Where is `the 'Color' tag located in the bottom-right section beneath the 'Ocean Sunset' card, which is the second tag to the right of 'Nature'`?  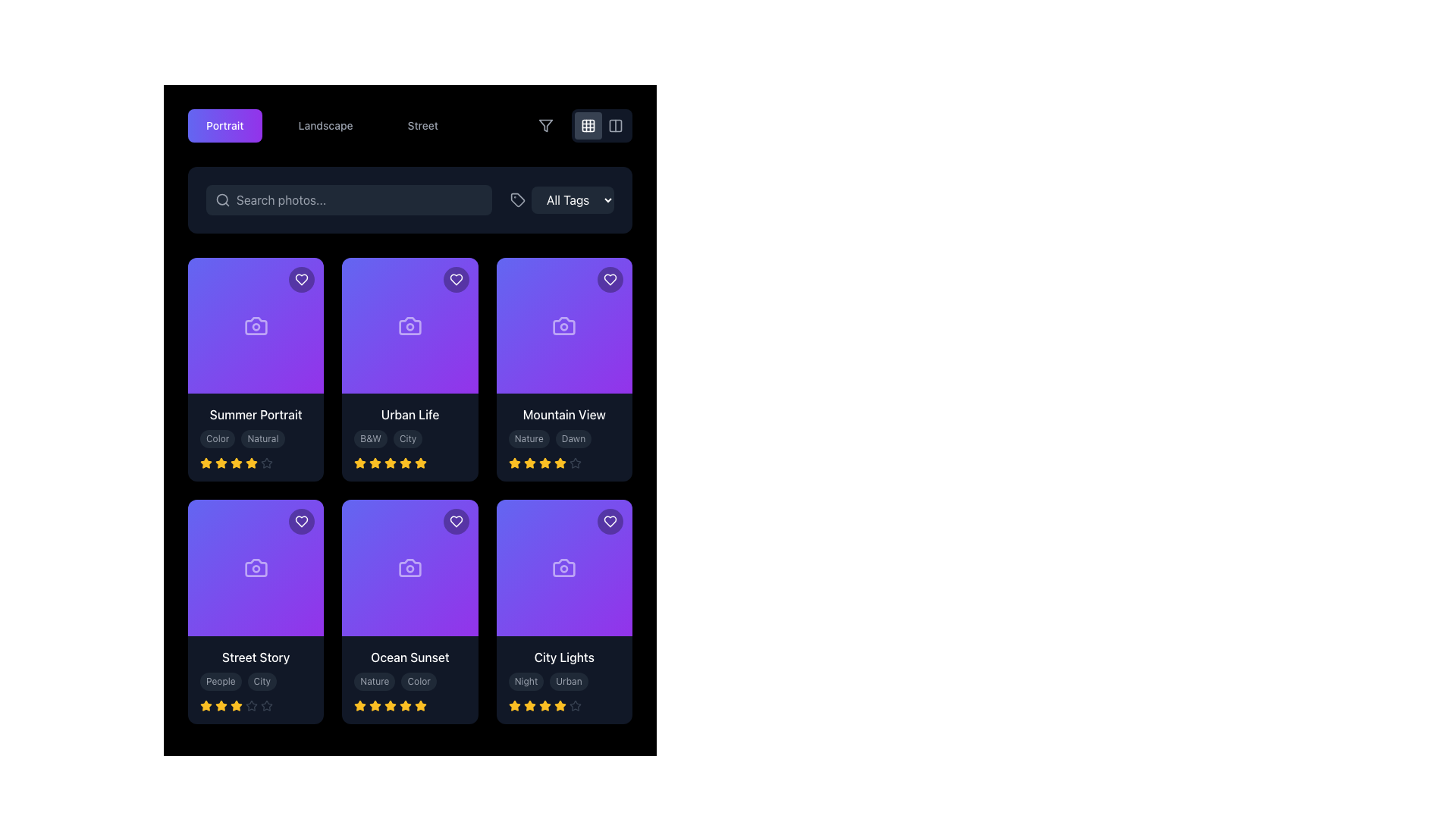 the 'Color' tag located in the bottom-right section beneath the 'Ocean Sunset' card, which is the second tag to the right of 'Nature' is located at coordinates (419, 680).